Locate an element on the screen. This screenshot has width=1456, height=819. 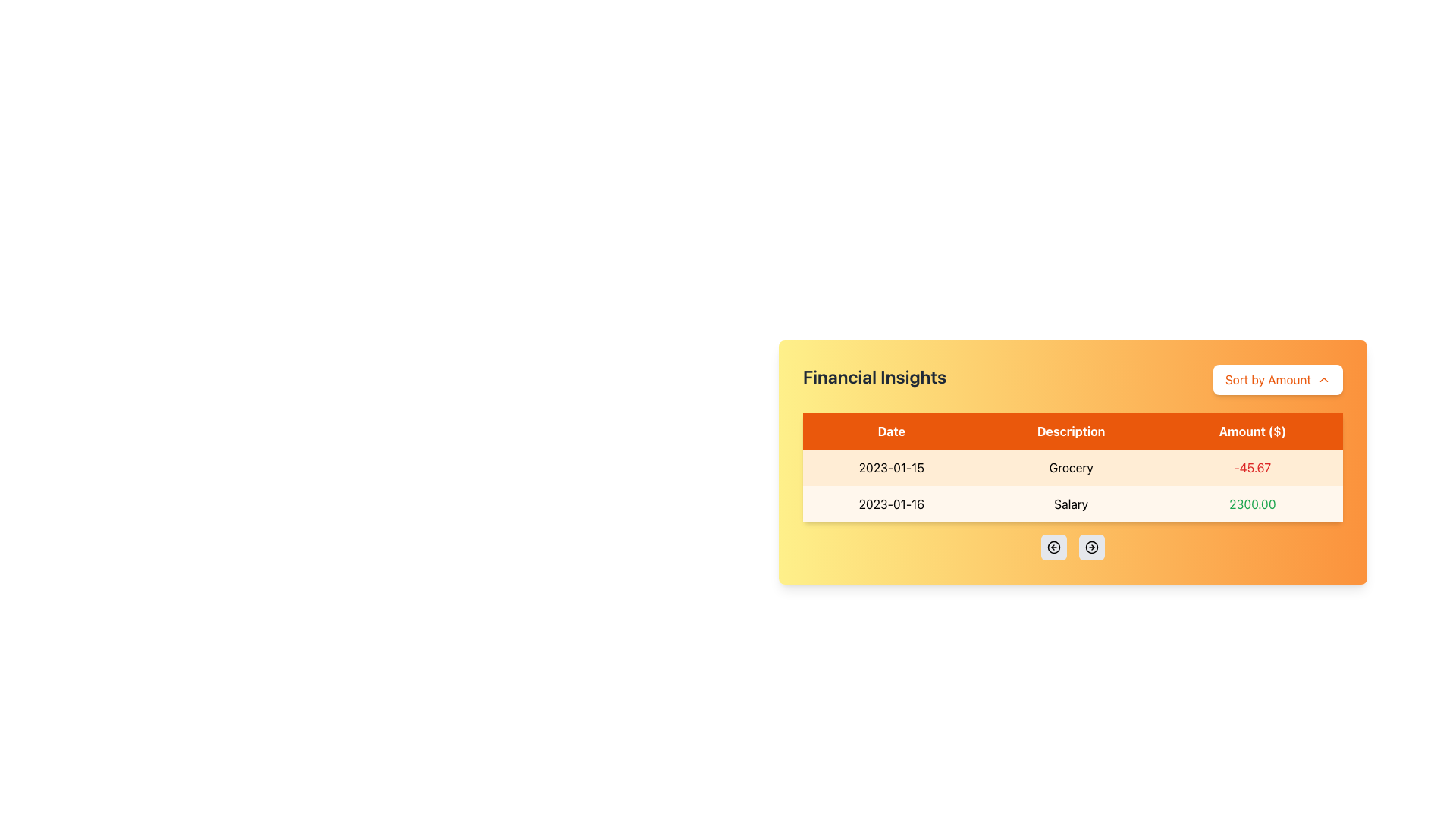
the text content in the second cell of the 'Description' column of the table for the date '2023-01-16' in the 'Financial Insights' card interface is located at coordinates (1070, 504).